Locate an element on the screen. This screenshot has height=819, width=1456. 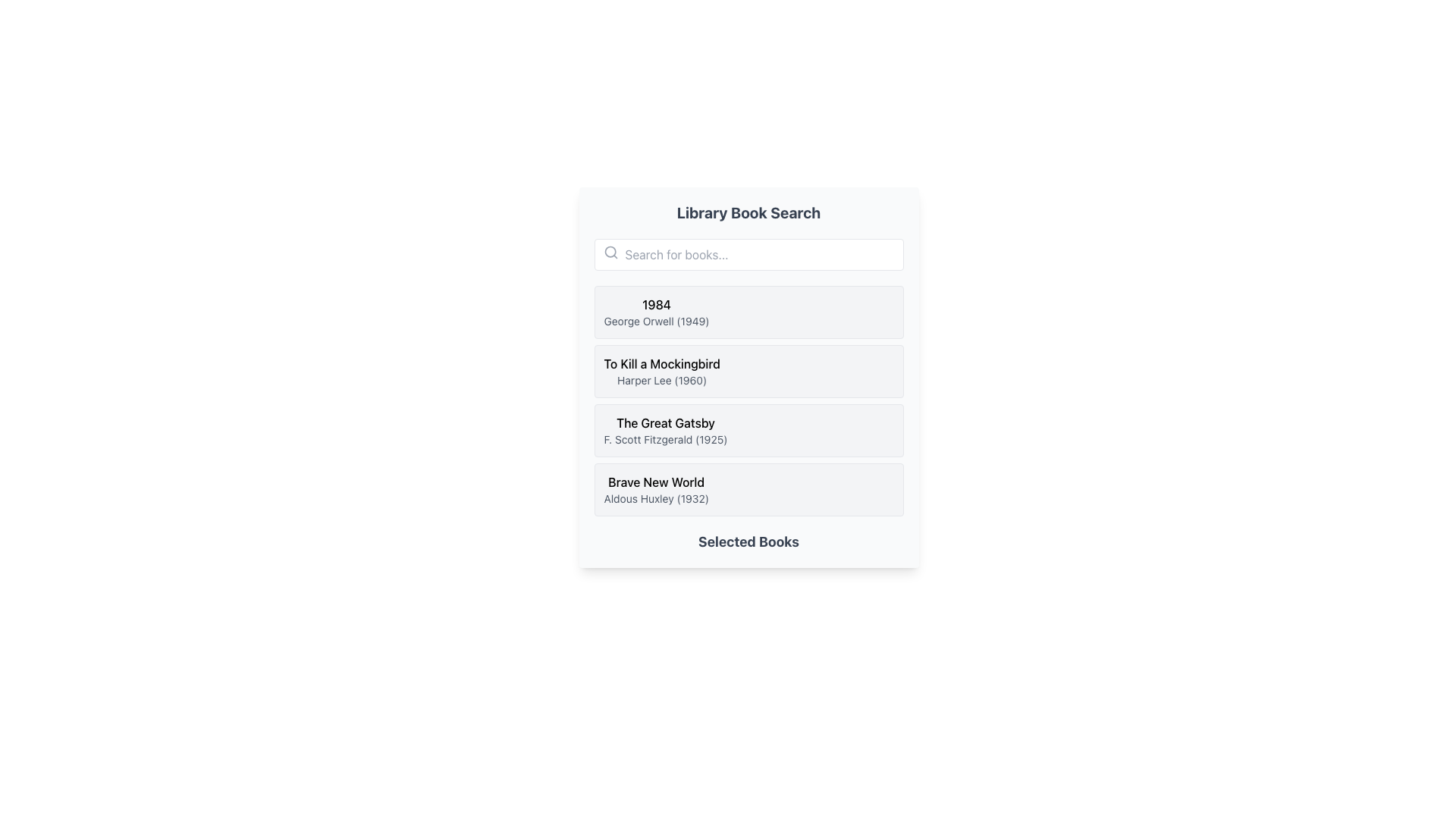
the bolded text label stating 'Brave New World' located is located at coordinates (656, 482).